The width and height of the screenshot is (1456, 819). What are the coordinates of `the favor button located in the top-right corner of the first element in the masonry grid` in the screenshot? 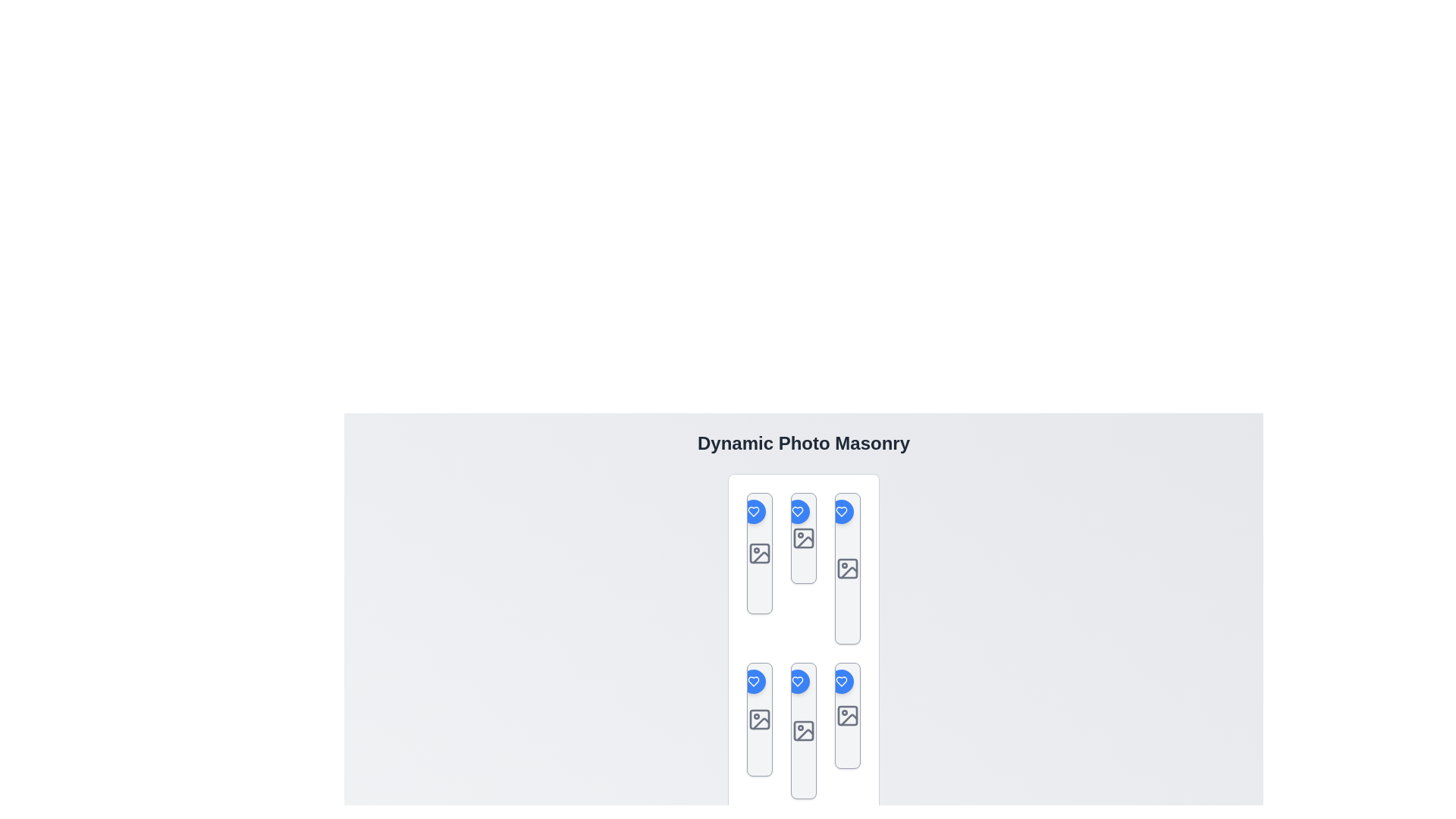 It's located at (753, 512).